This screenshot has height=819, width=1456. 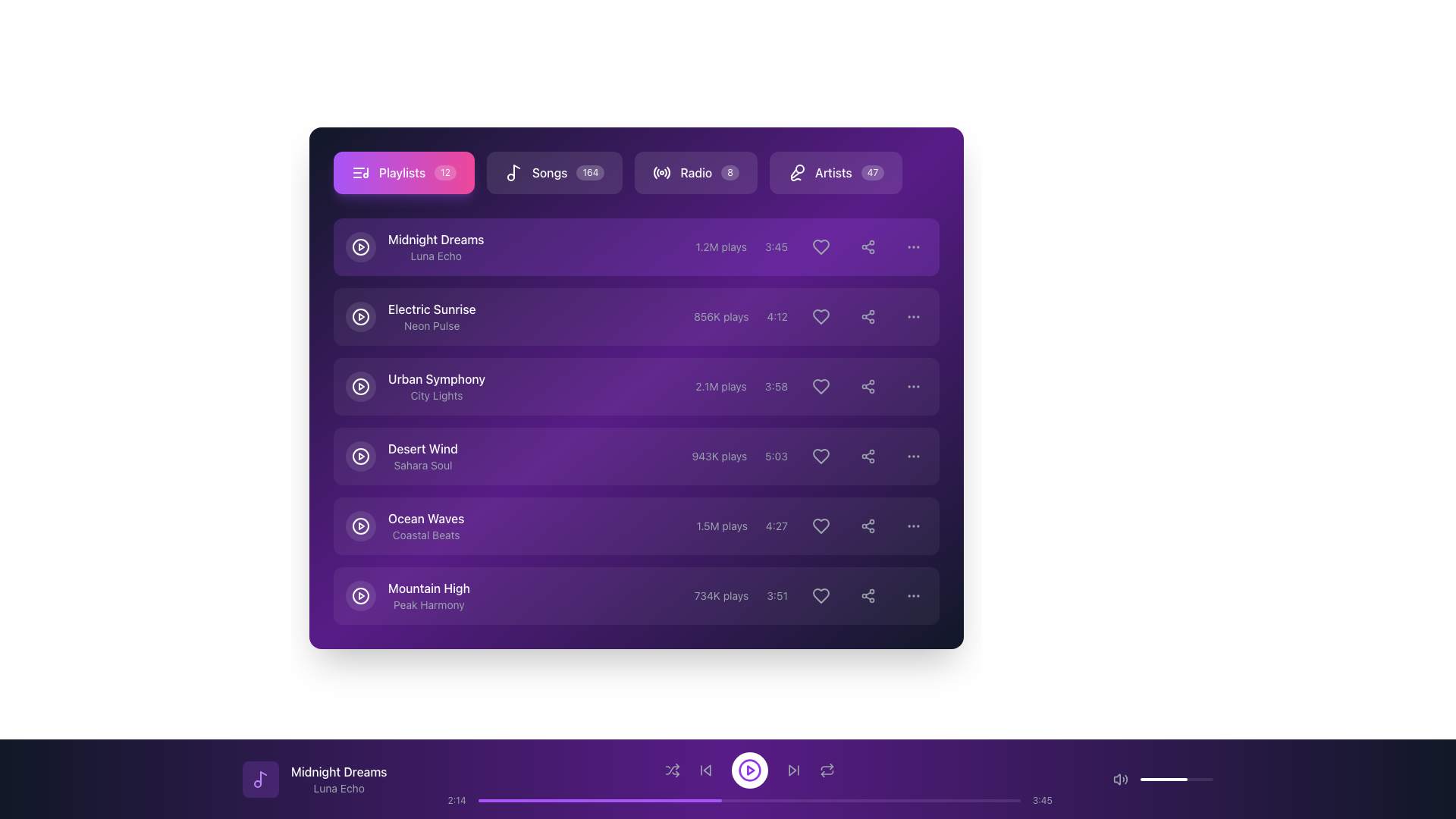 I want to click on the circular button with a three-node share symbol in the 'Electric Sunrise' media item row for keyboard navigation, so click(x=868, y=315).